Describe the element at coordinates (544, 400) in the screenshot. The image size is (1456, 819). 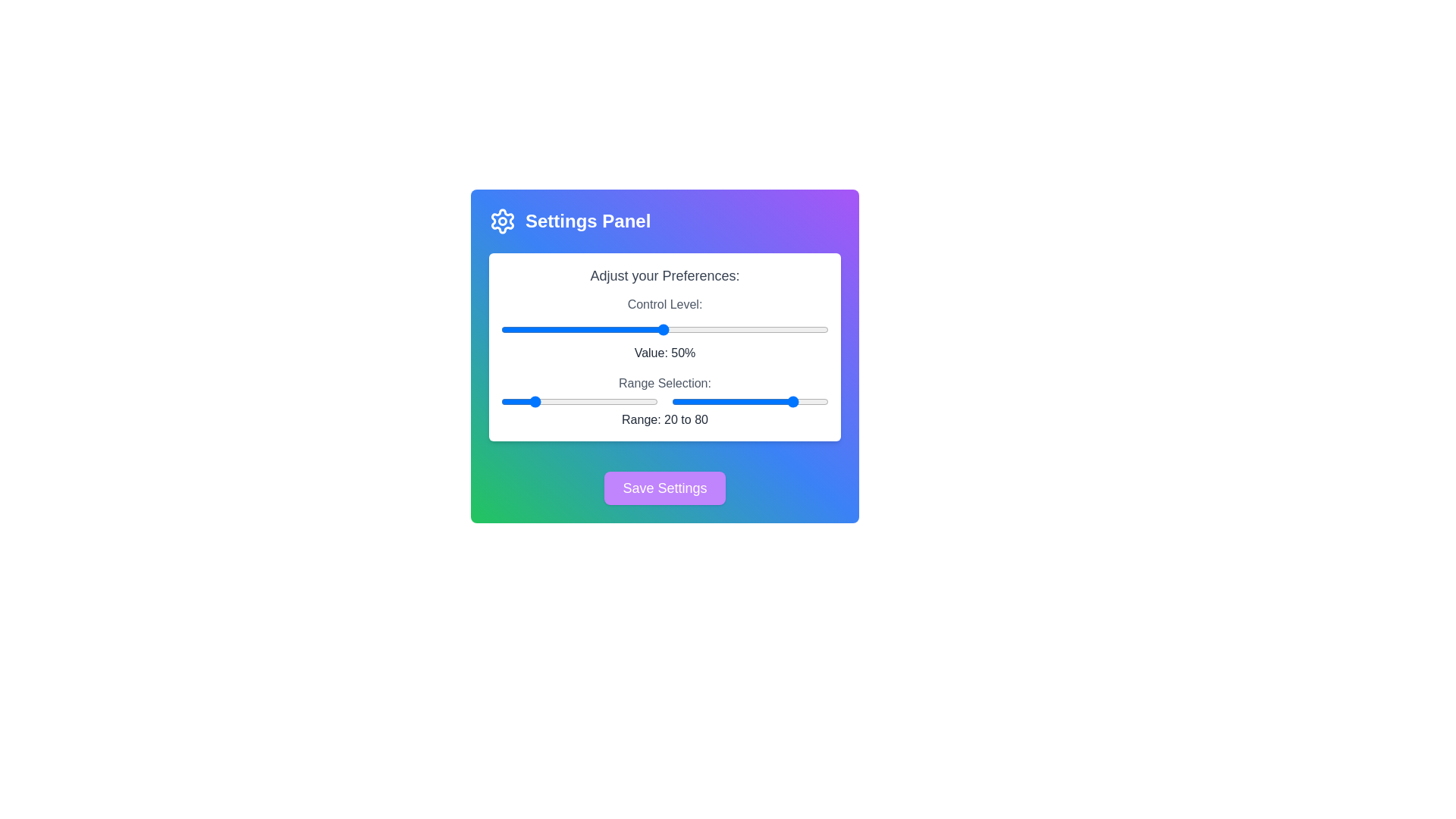
I see `the slider` at that location.